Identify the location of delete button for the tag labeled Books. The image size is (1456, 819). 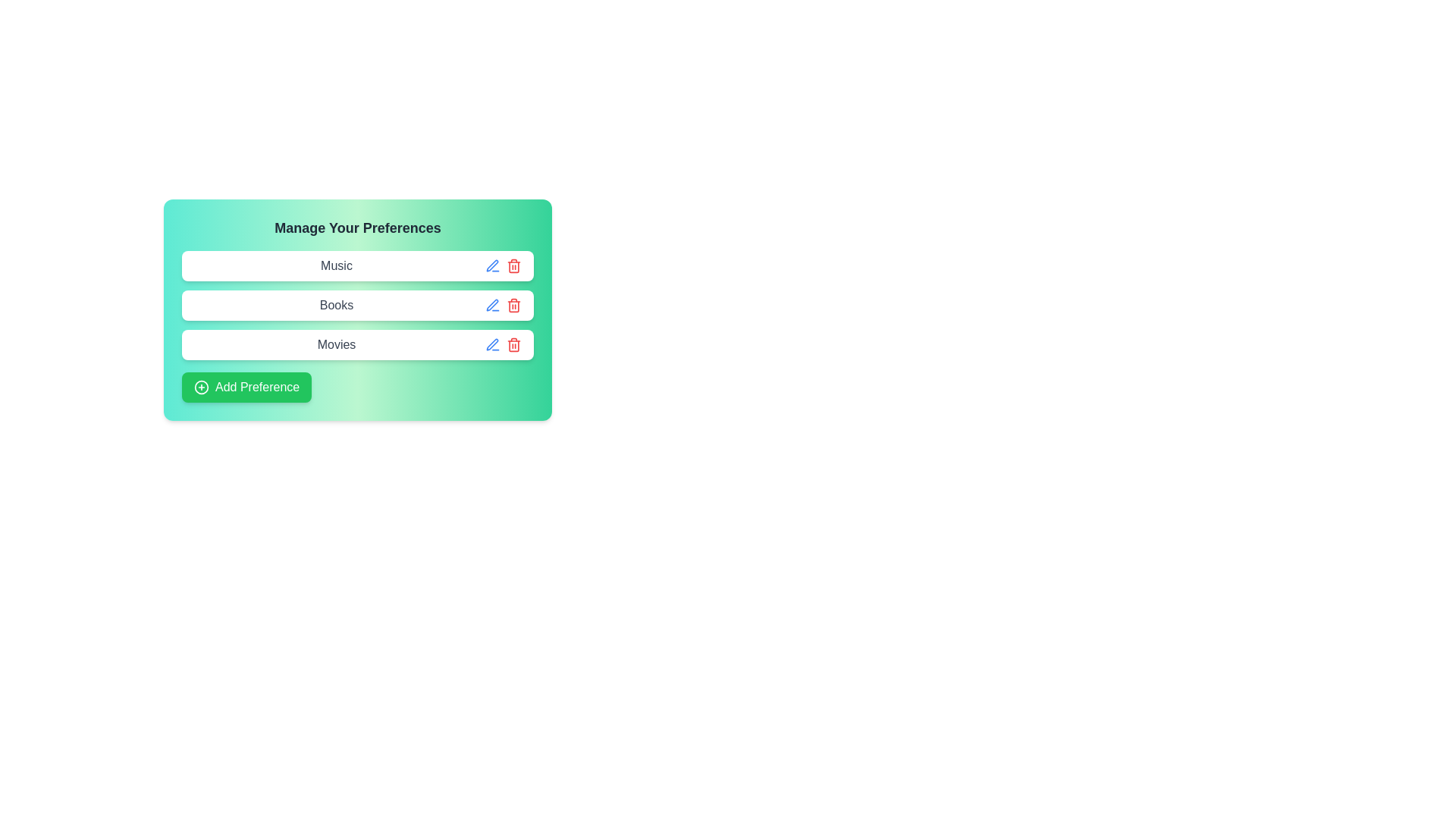
(513, 305).